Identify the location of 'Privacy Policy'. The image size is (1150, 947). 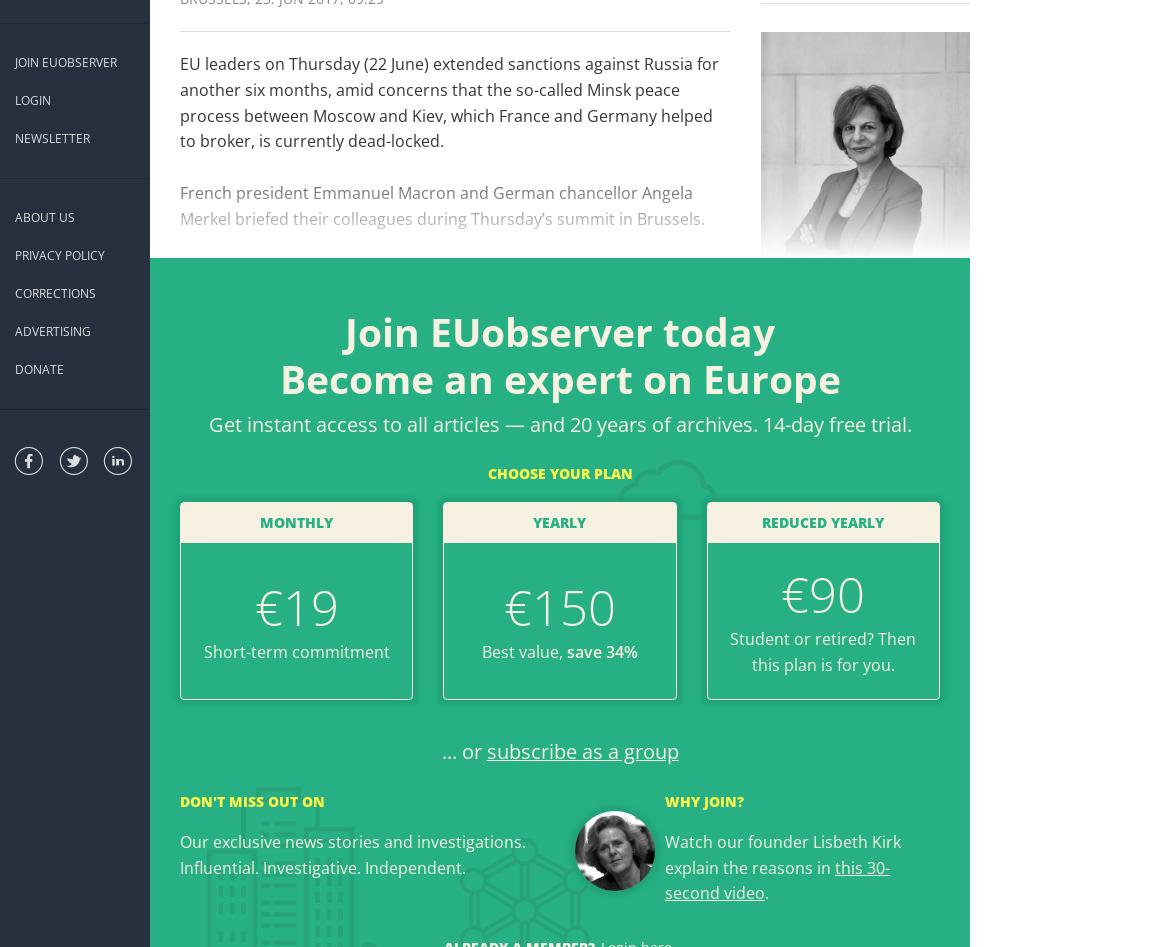
(59, 255).